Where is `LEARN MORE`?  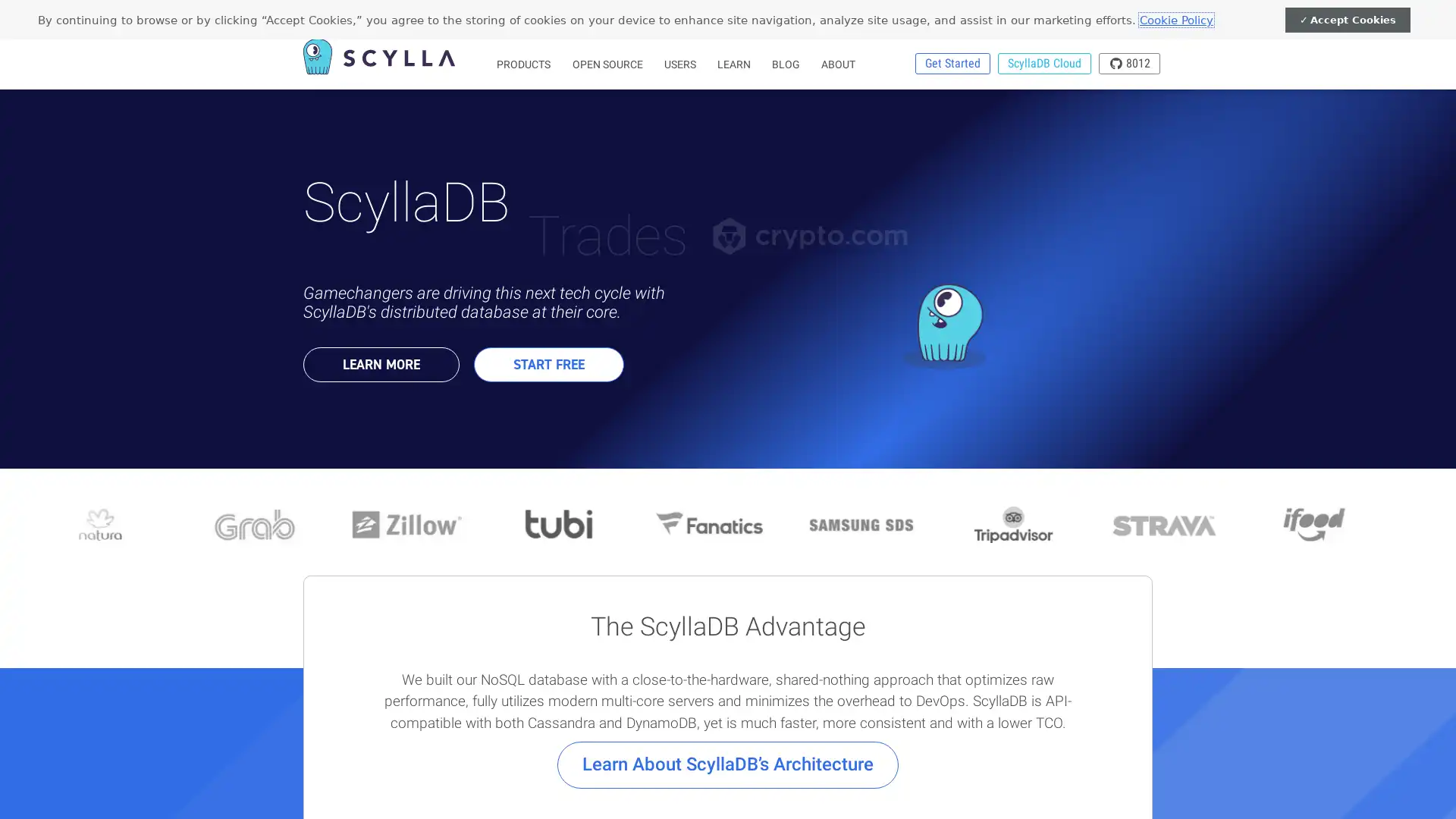
LEARN MORE is located at coordinates (381, 364).